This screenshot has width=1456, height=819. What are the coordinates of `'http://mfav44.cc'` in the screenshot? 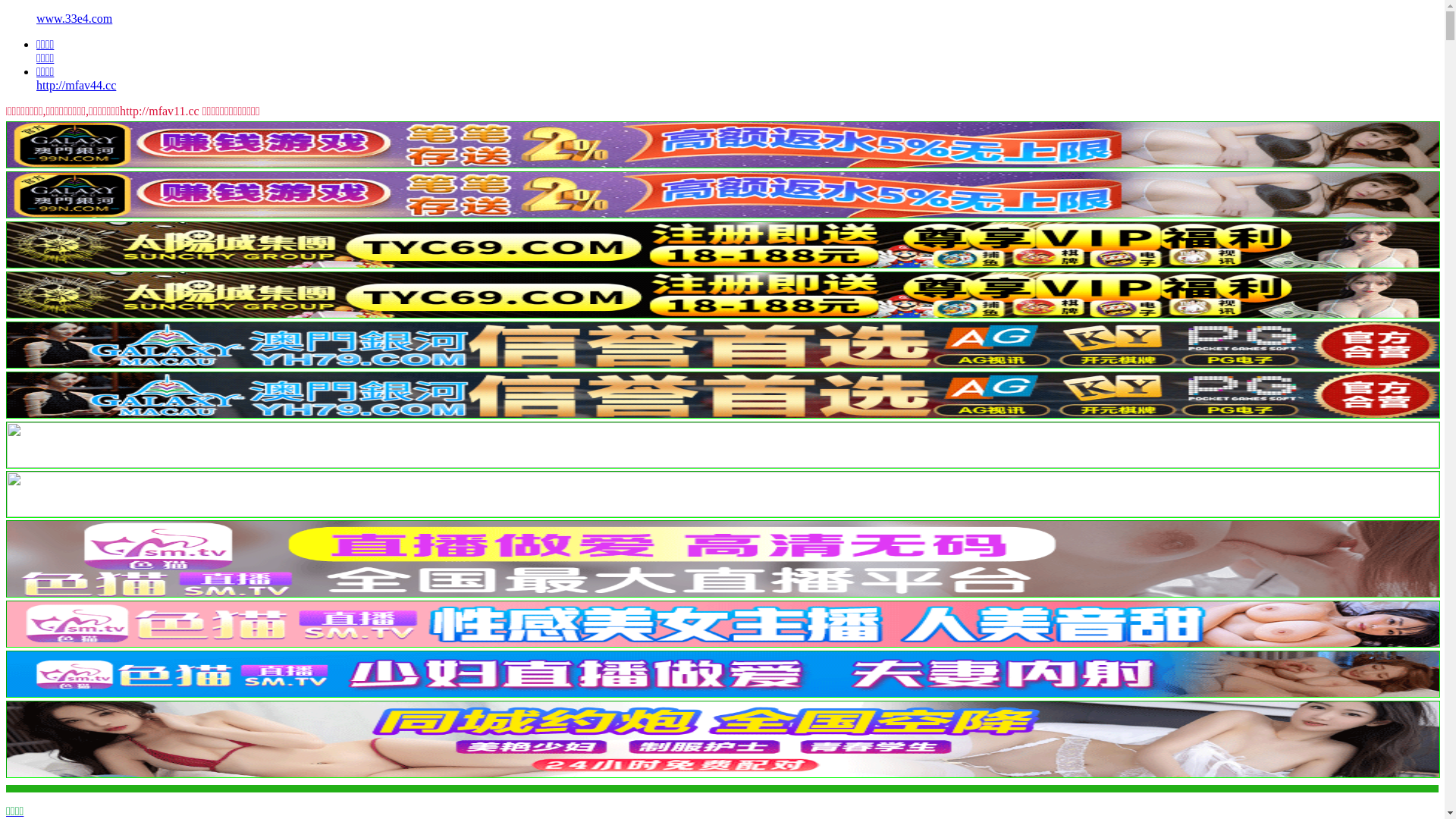 It's located at (75, 85).